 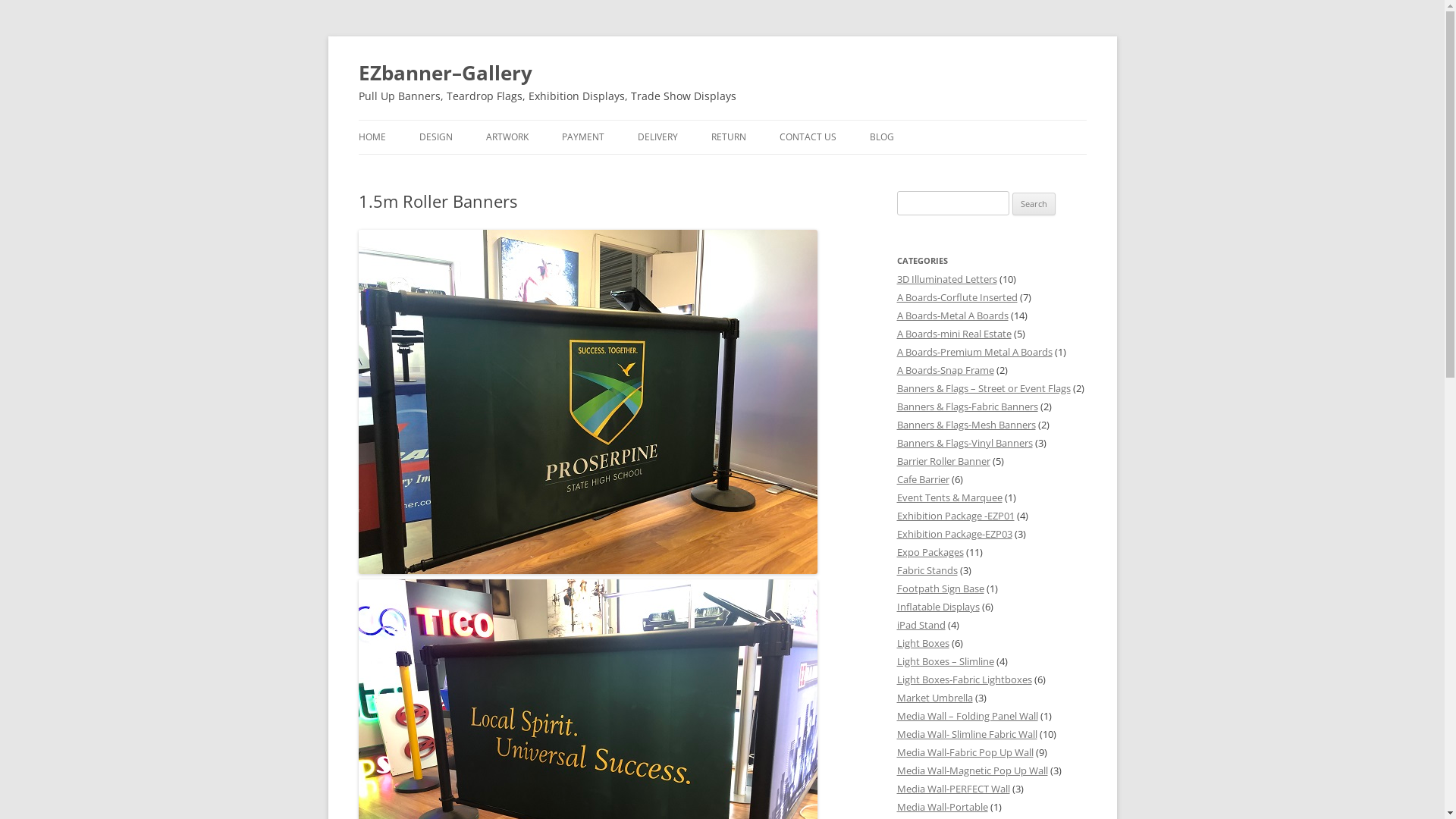 What do you see at coordinates (965, 733) in the screenshot?
I see `'Media Wall- Slimline Fabric Wall'` at bounding box center [965, 733].